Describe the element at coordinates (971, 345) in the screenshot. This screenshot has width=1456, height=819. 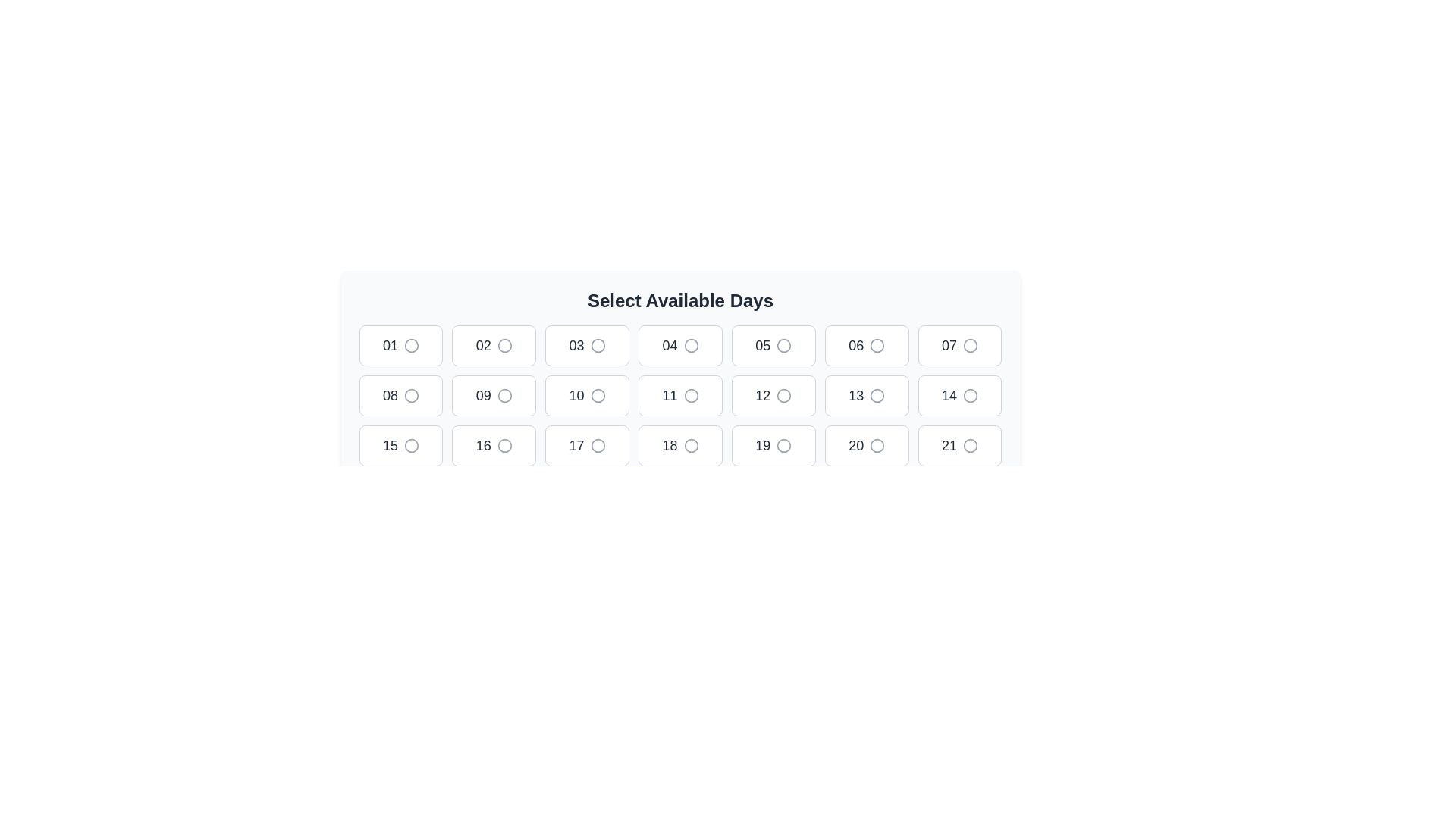
I see `the icon in the first row, seventh column under 'Select Available Days'` at that location.